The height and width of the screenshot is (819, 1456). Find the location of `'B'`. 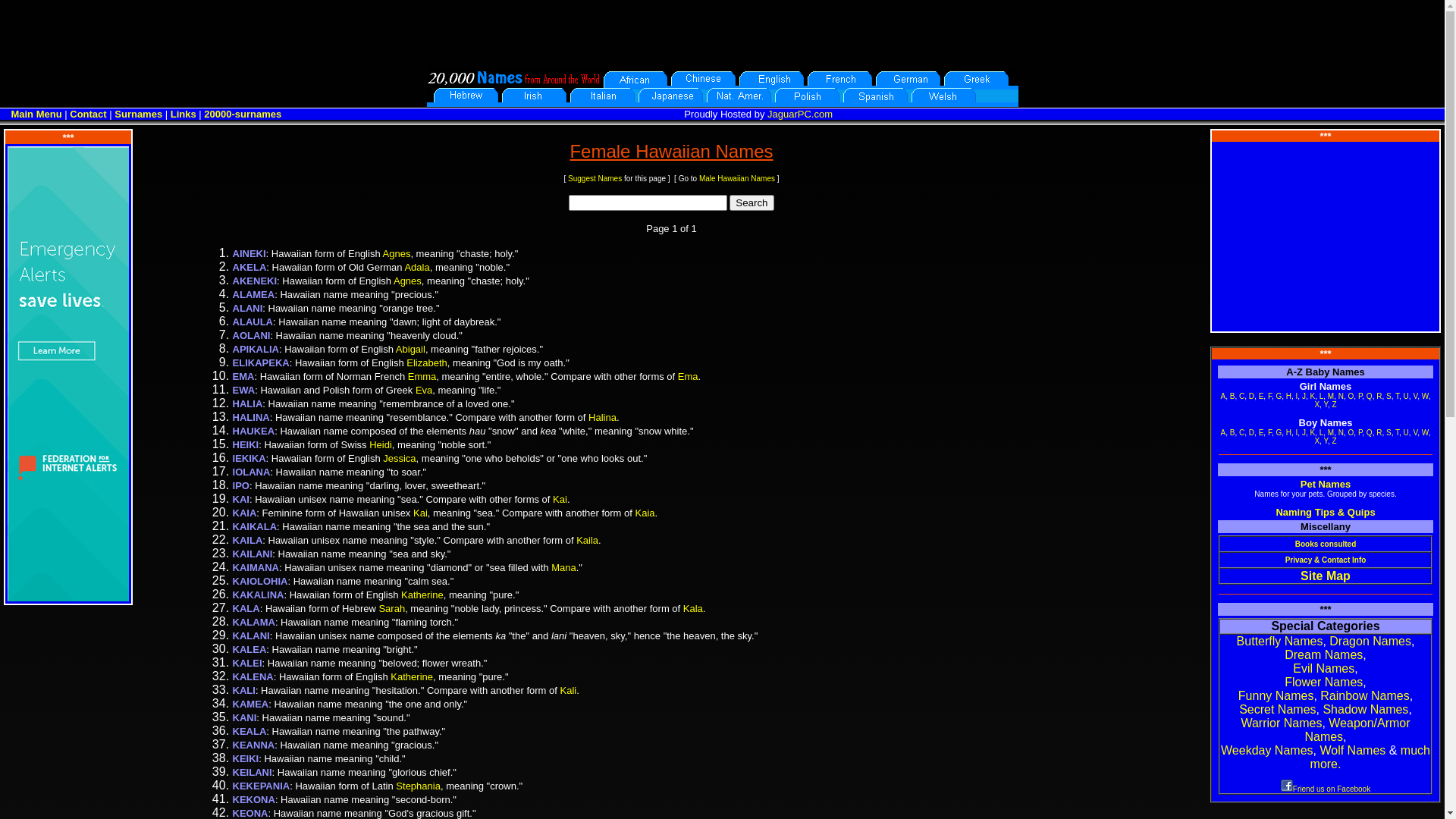

'B' is located at coordinates (1230, 395).